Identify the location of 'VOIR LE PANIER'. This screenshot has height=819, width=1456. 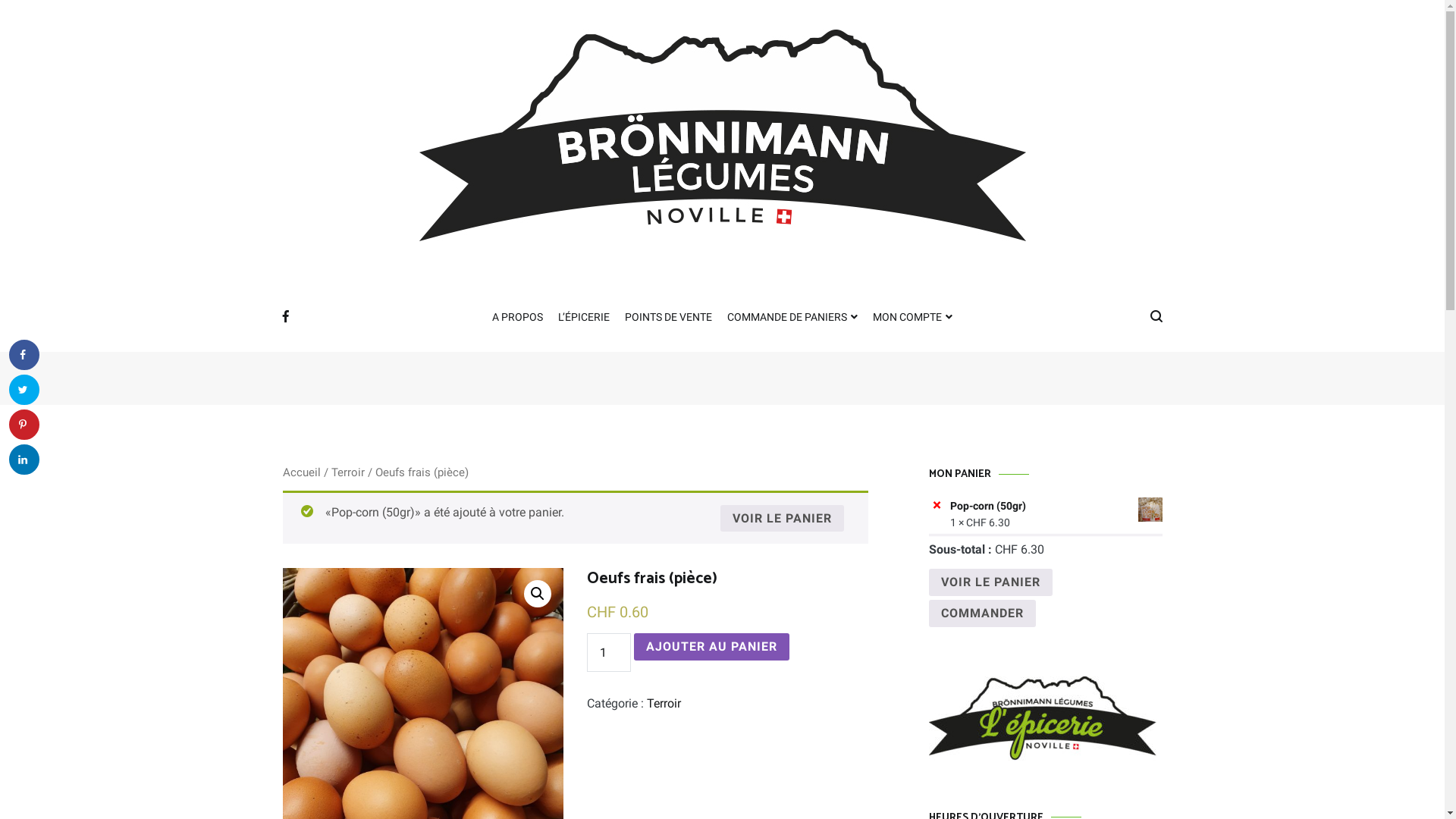
(782, 517).